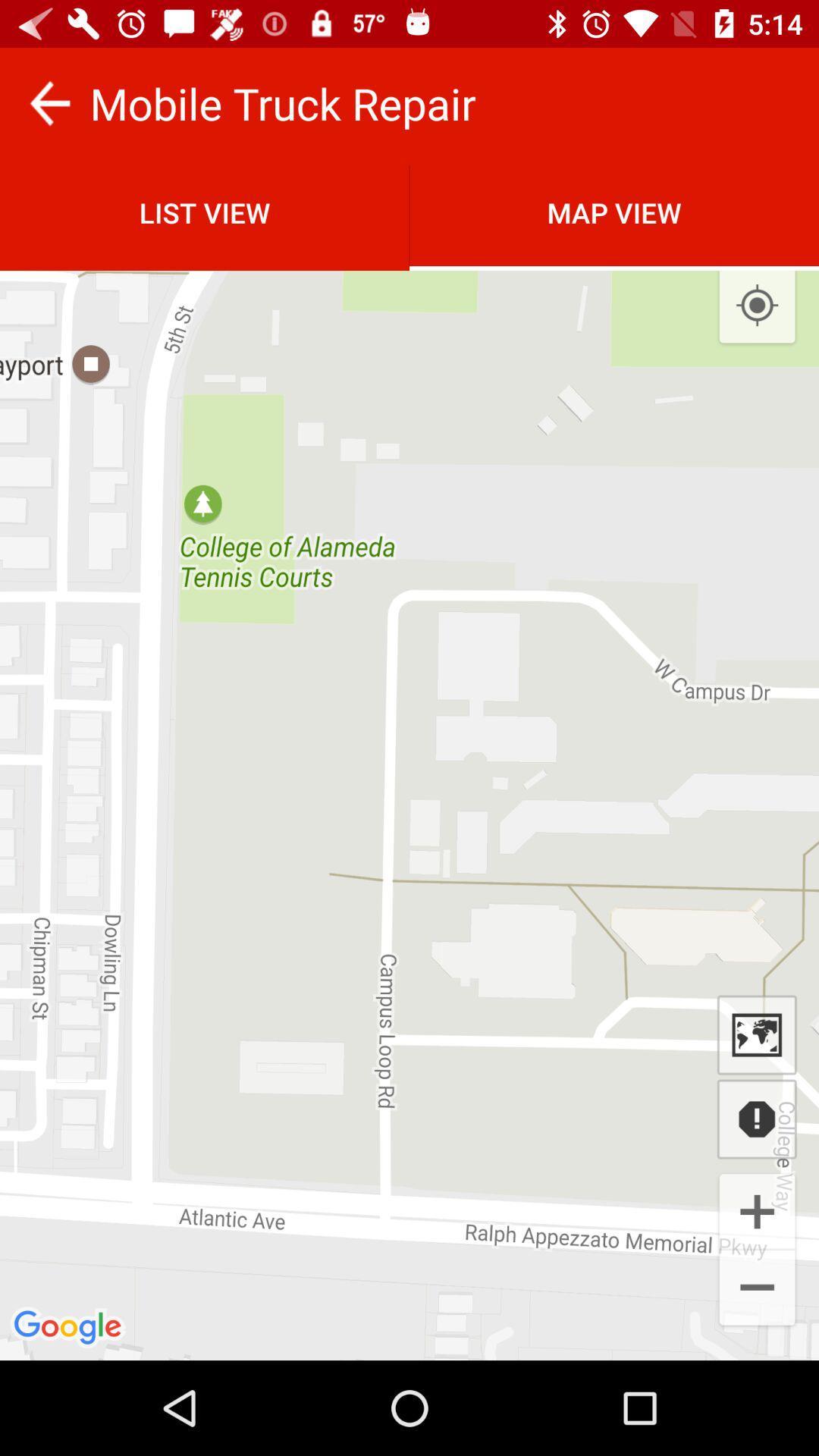 The height and width of the screenshot is (1456, 819). Describe the element at coordinates (614, 212) in the screenshot. I see `item next to list view` at that location.